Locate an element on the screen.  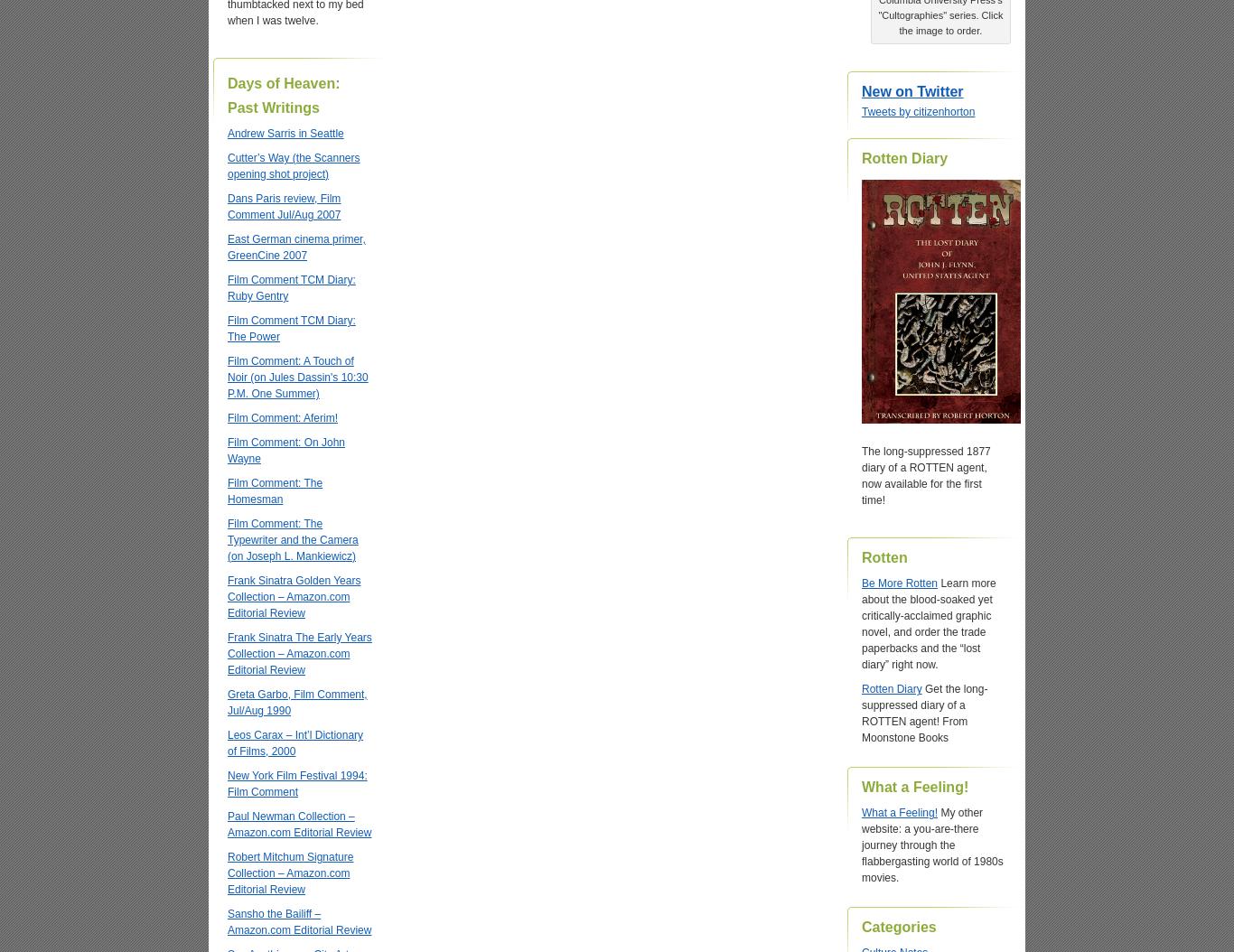
'Film Comment TCM Diary: The Power' is located at coordinates (291, 329).